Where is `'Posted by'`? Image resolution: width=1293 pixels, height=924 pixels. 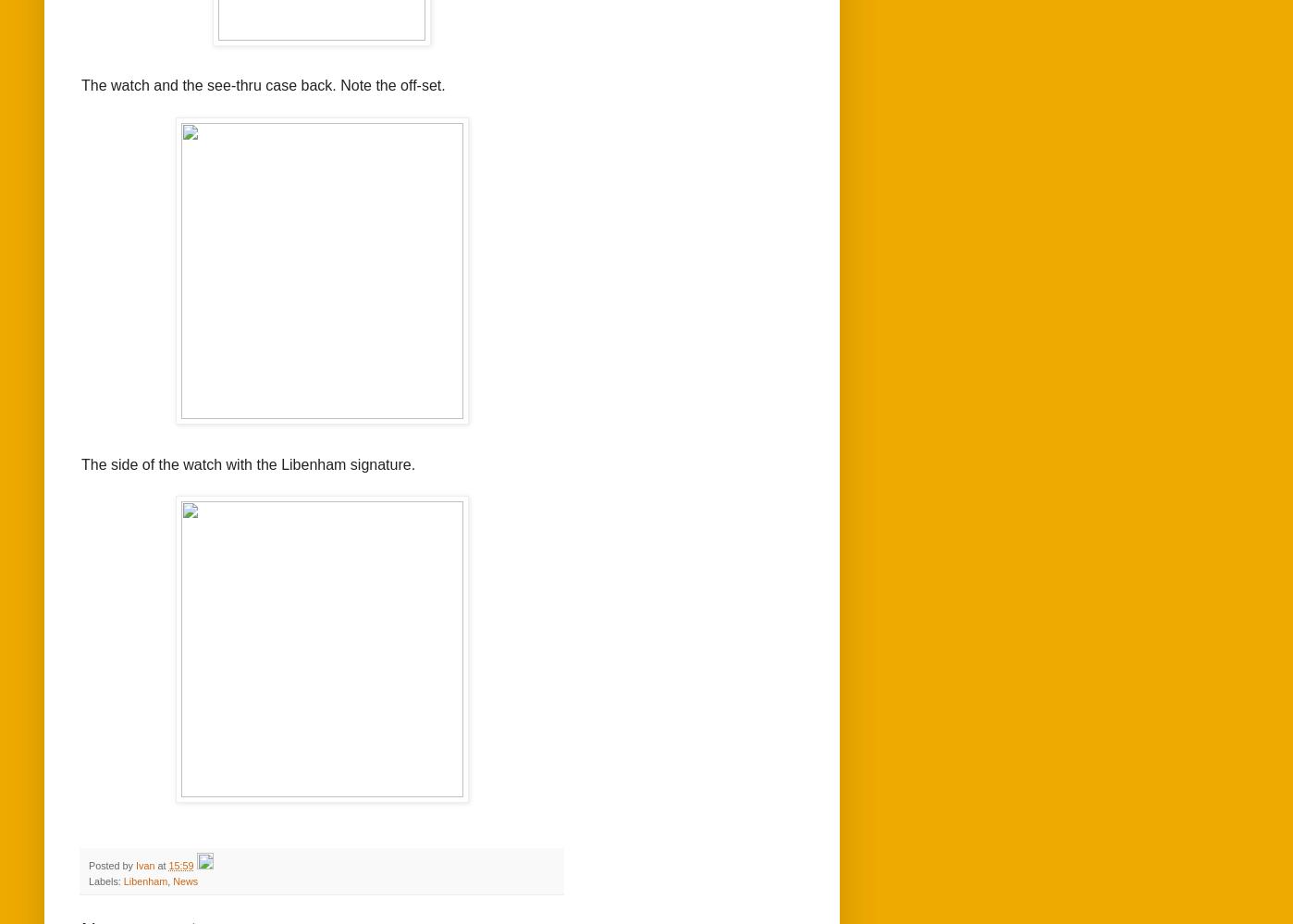 'Posted by' is located at coordinates (112, 864).